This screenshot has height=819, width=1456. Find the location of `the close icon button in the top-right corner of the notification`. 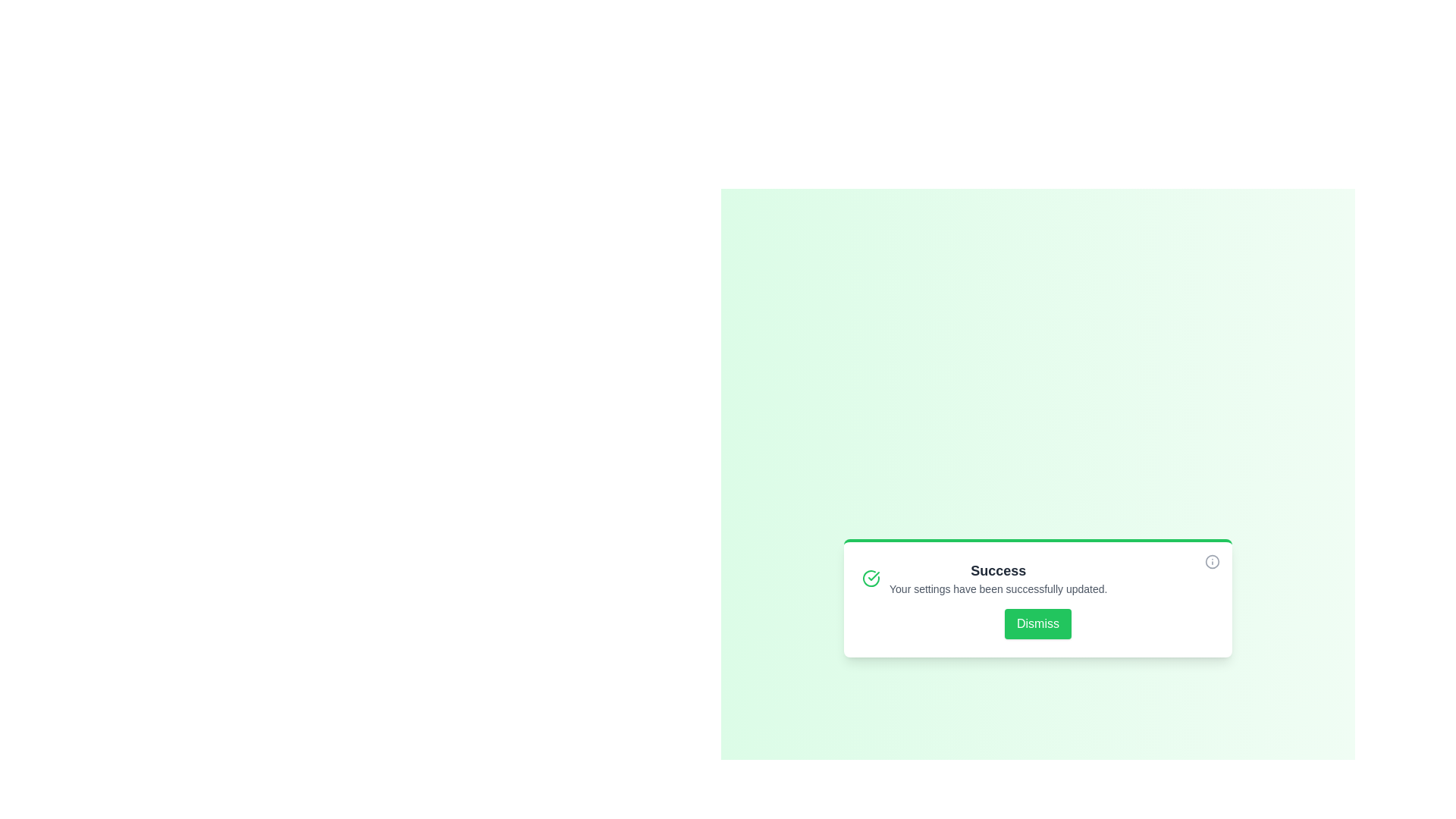

the close icon button in the top-right corner of the notification is located at coordinates (1211, 561).